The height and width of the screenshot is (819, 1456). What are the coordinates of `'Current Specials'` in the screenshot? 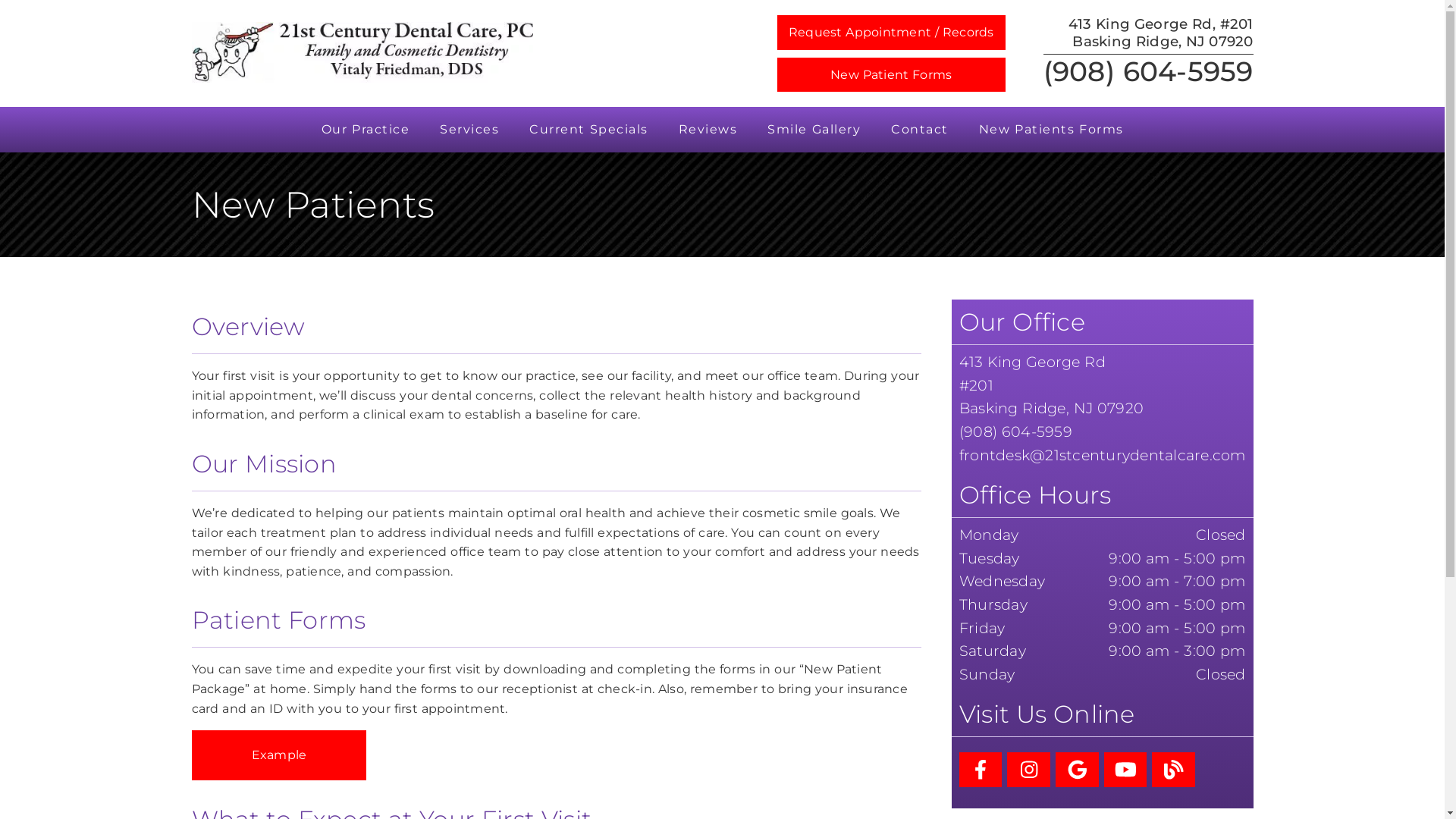 It's located at (588, 128).